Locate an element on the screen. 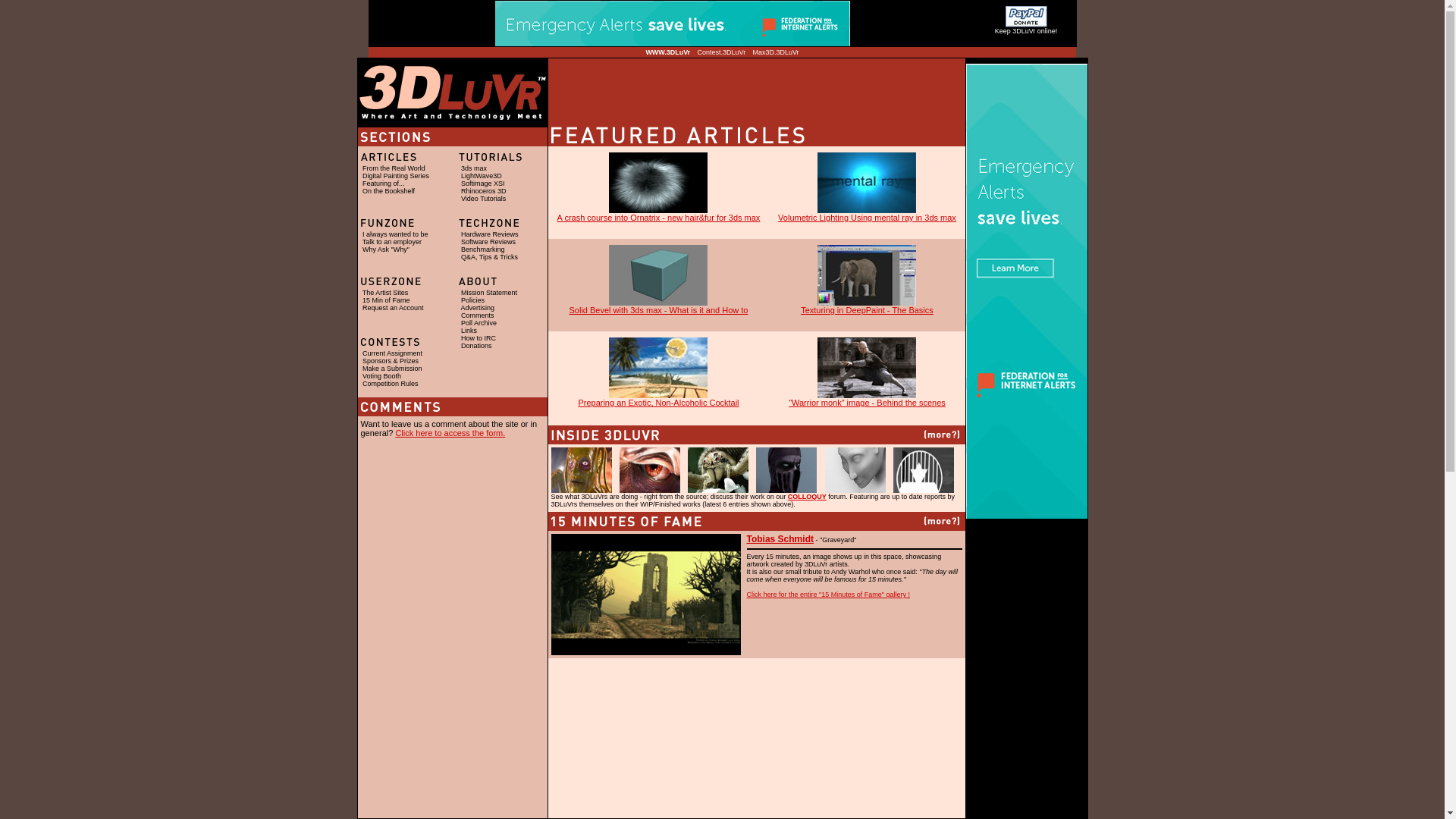 The width and height of the screenshot is (1456, 819). 'Click here for the entire "15 Minutes of Fame" gallery !' is located at coordinates (827, 593).